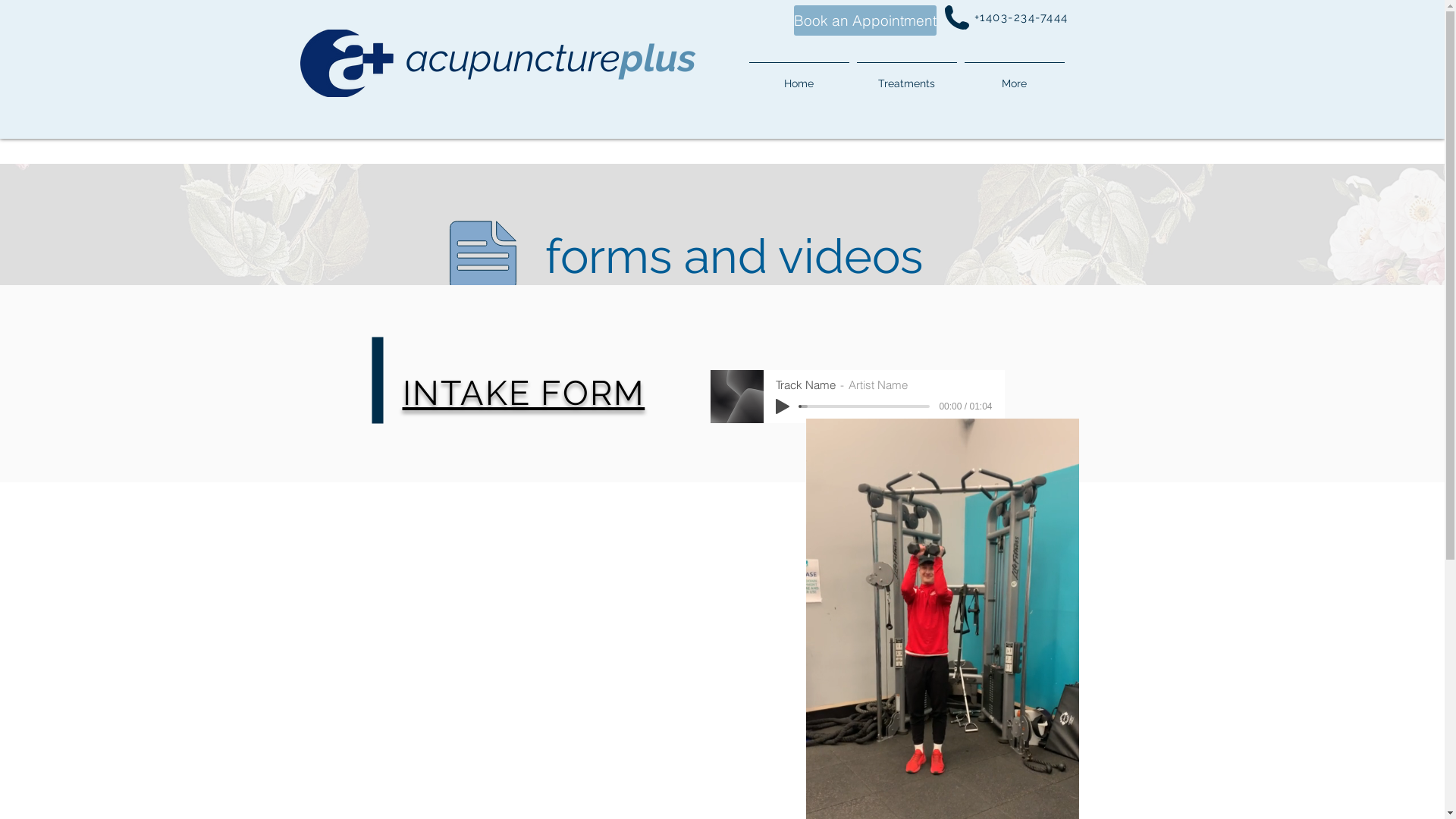 The height and width of the screenshot is (819, 1456). I want to click on 'INTAKE FORM', so click(523, 391).